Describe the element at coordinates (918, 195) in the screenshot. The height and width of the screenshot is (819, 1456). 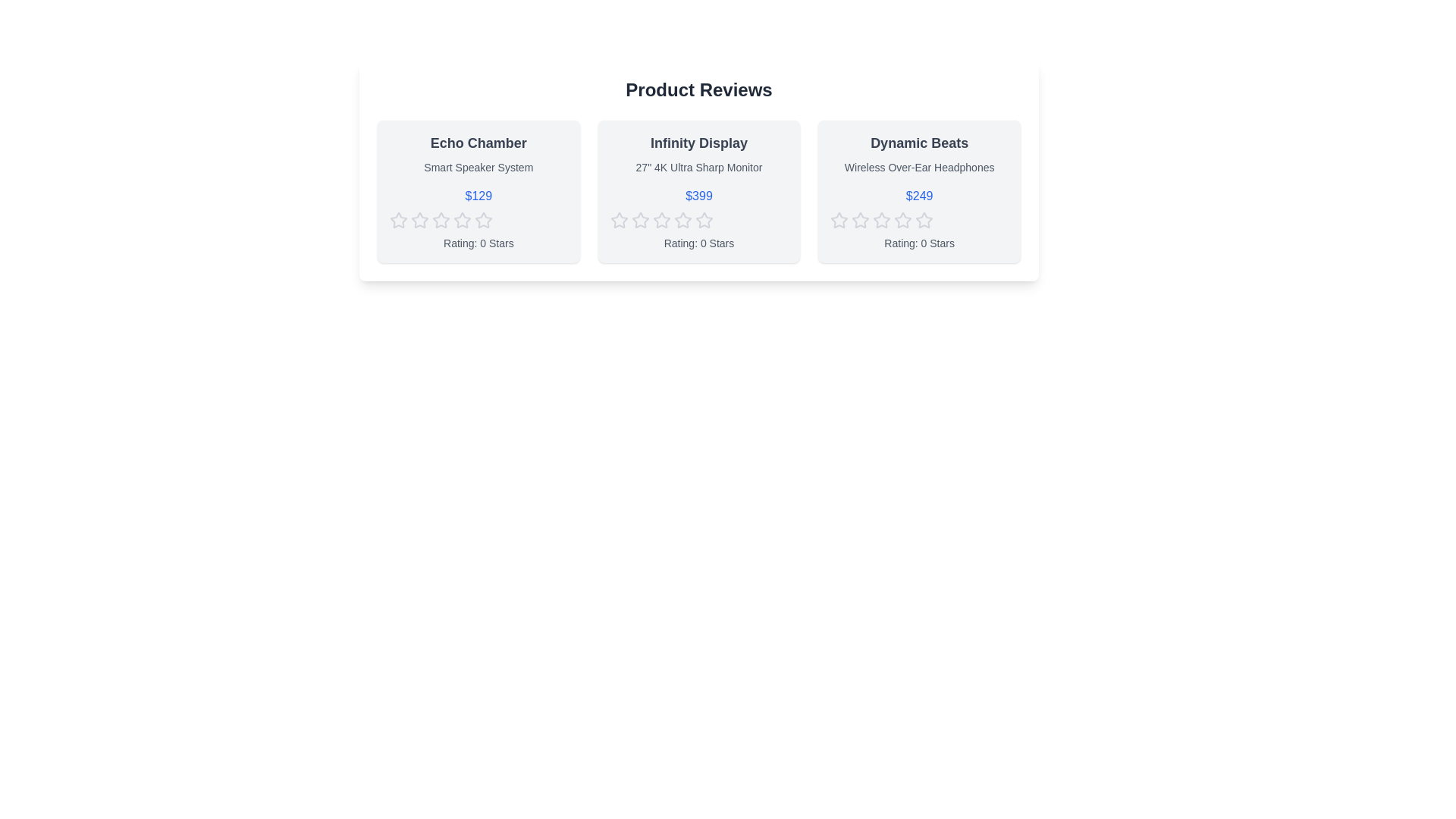
I see `the text element displaying the price '$249' in a medium-weight blue font, located within the third product card, below the product description and above the rating stars` at that location.